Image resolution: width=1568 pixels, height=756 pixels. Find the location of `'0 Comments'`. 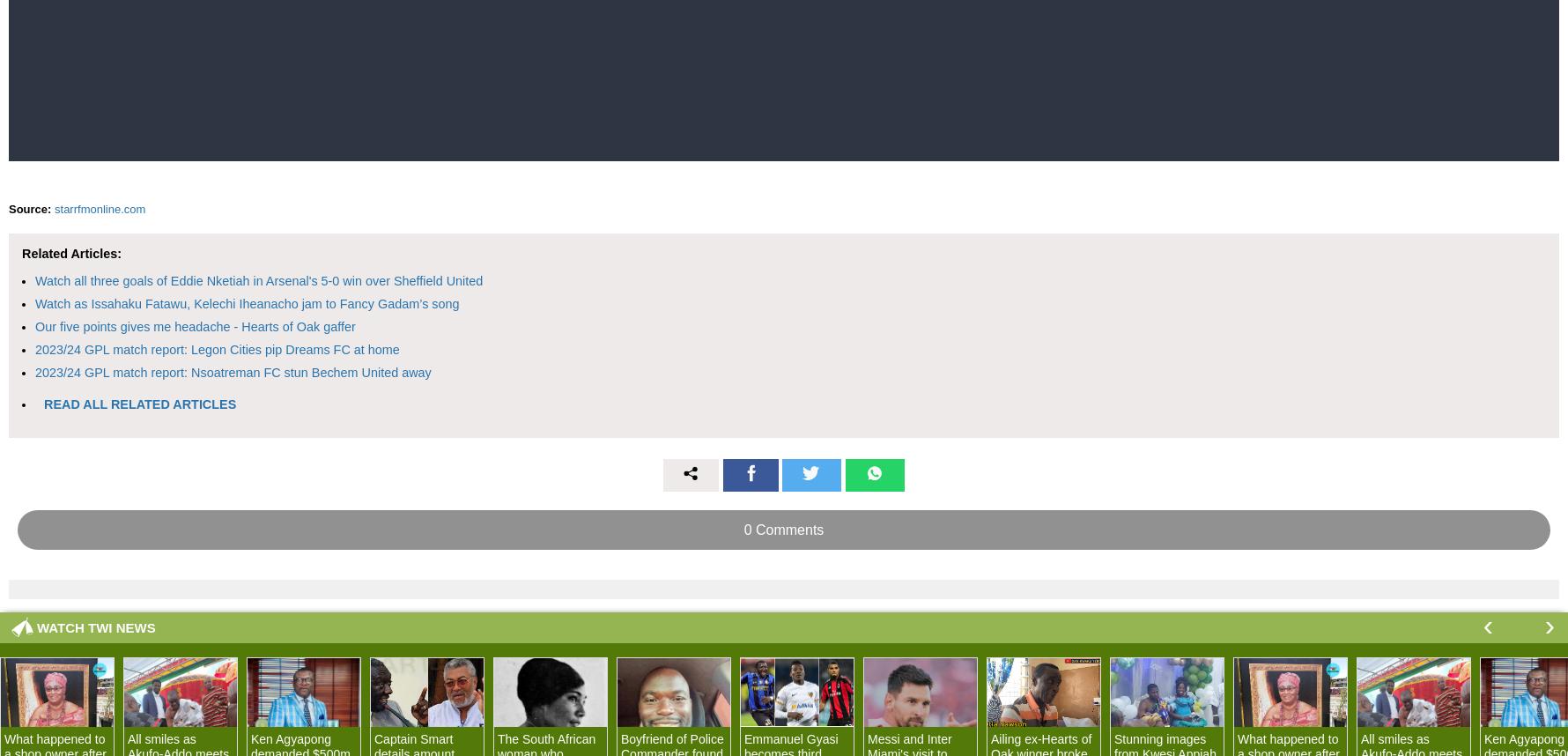

'0 Comments' is located at coordinates (782, 528).